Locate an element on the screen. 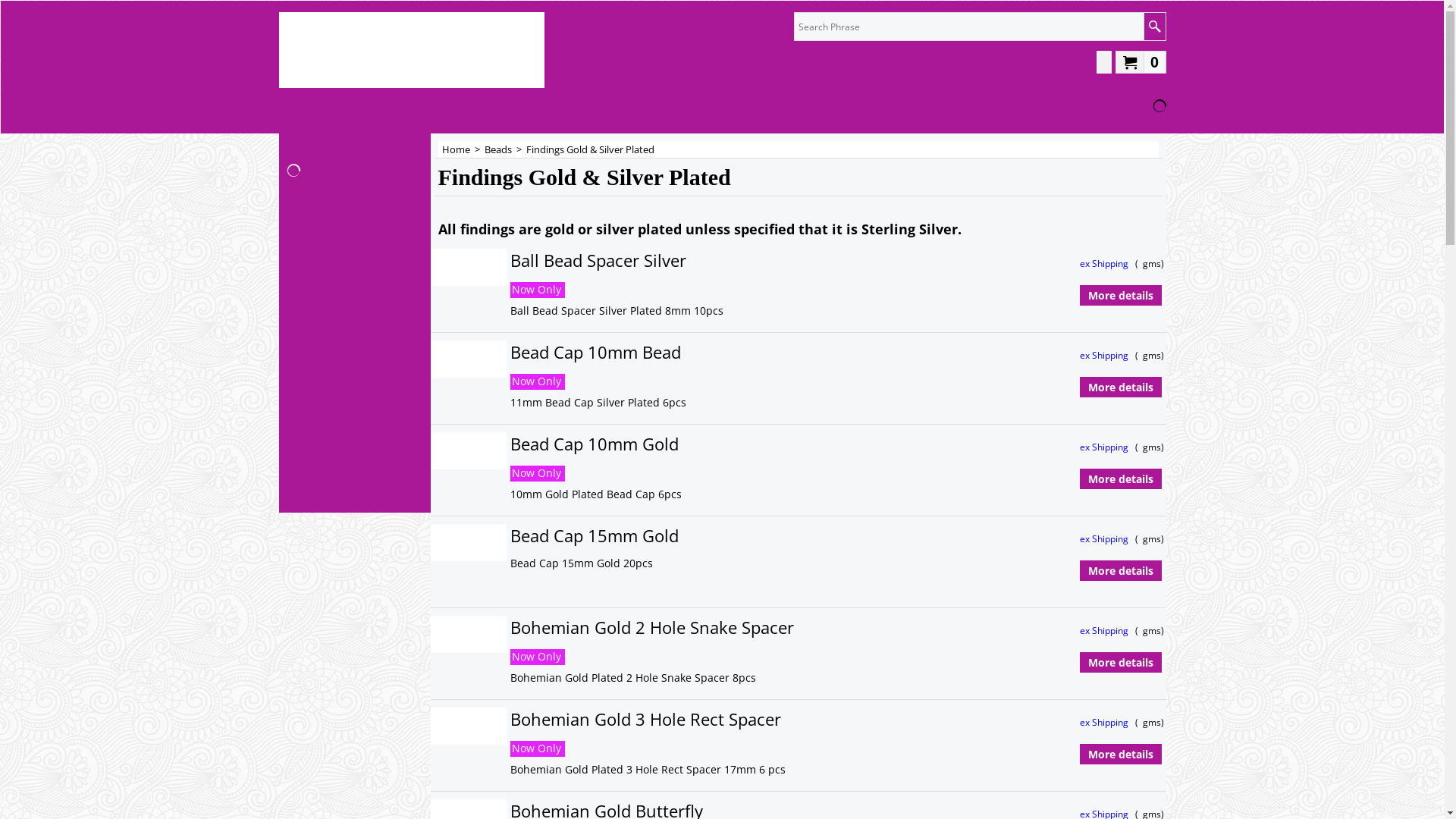 This screenshot has height=819, width=1456. 'ex Shipping' is located at coordinates (1105, 721).